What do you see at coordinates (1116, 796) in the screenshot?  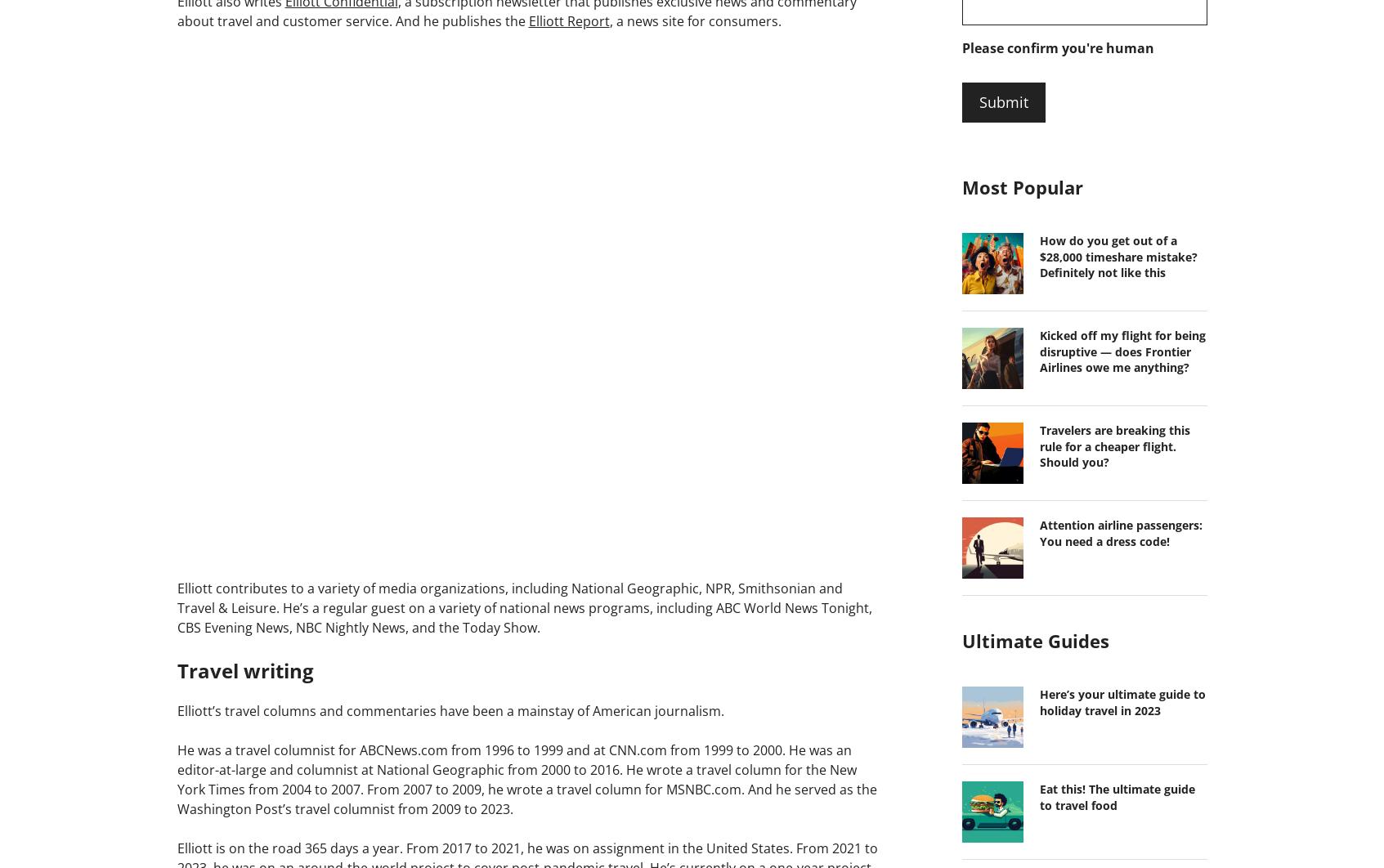 I see `'Eat this! The ultimate guide to travel food'` at bounding box center [1116, 796].